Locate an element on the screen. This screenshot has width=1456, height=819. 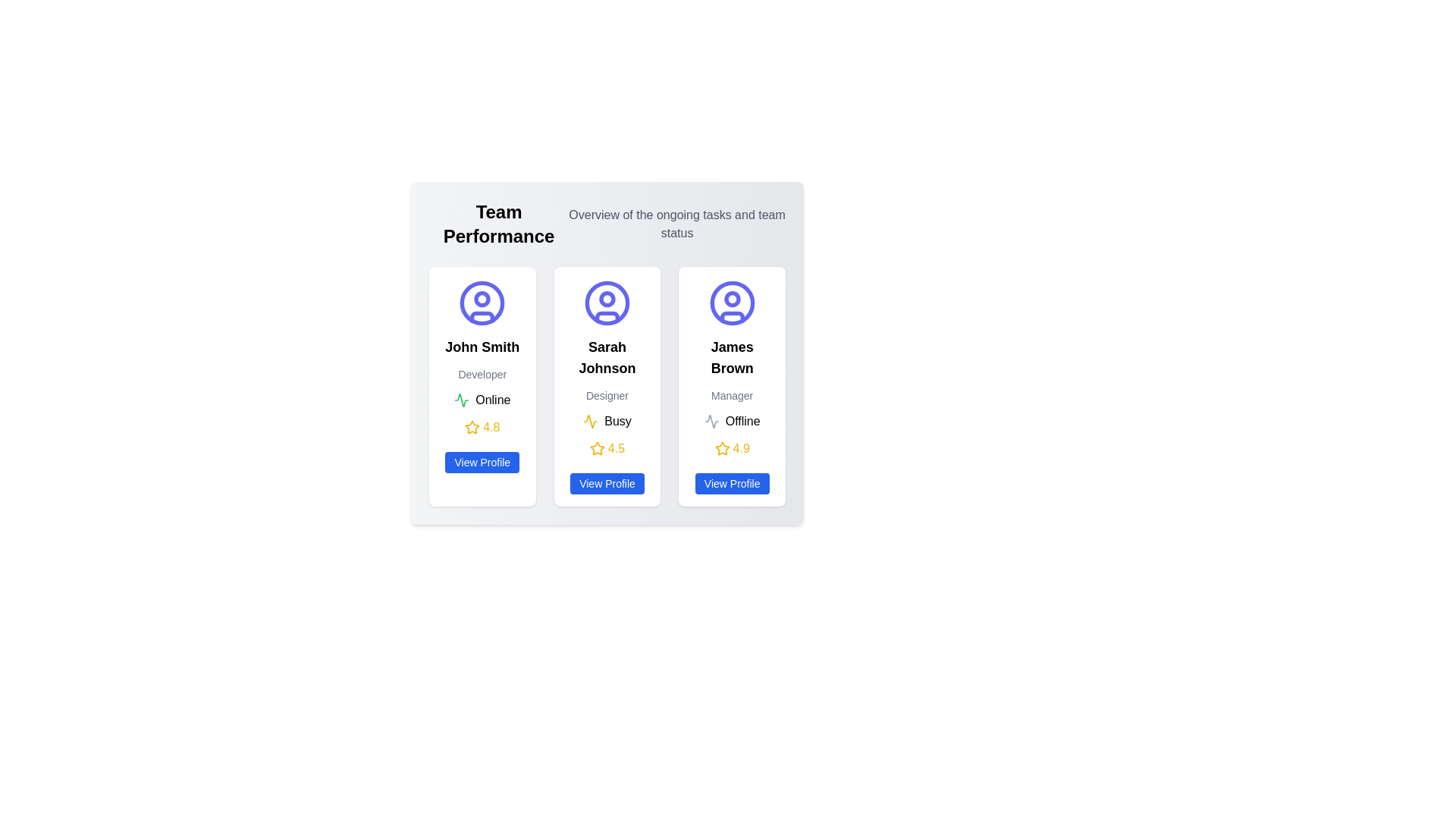
the Rating Display element showing a star icon and the rating value '4.8' in yellow, located in John Smith's profile card, under the 'Online' status is located at coordinates (482, 427).